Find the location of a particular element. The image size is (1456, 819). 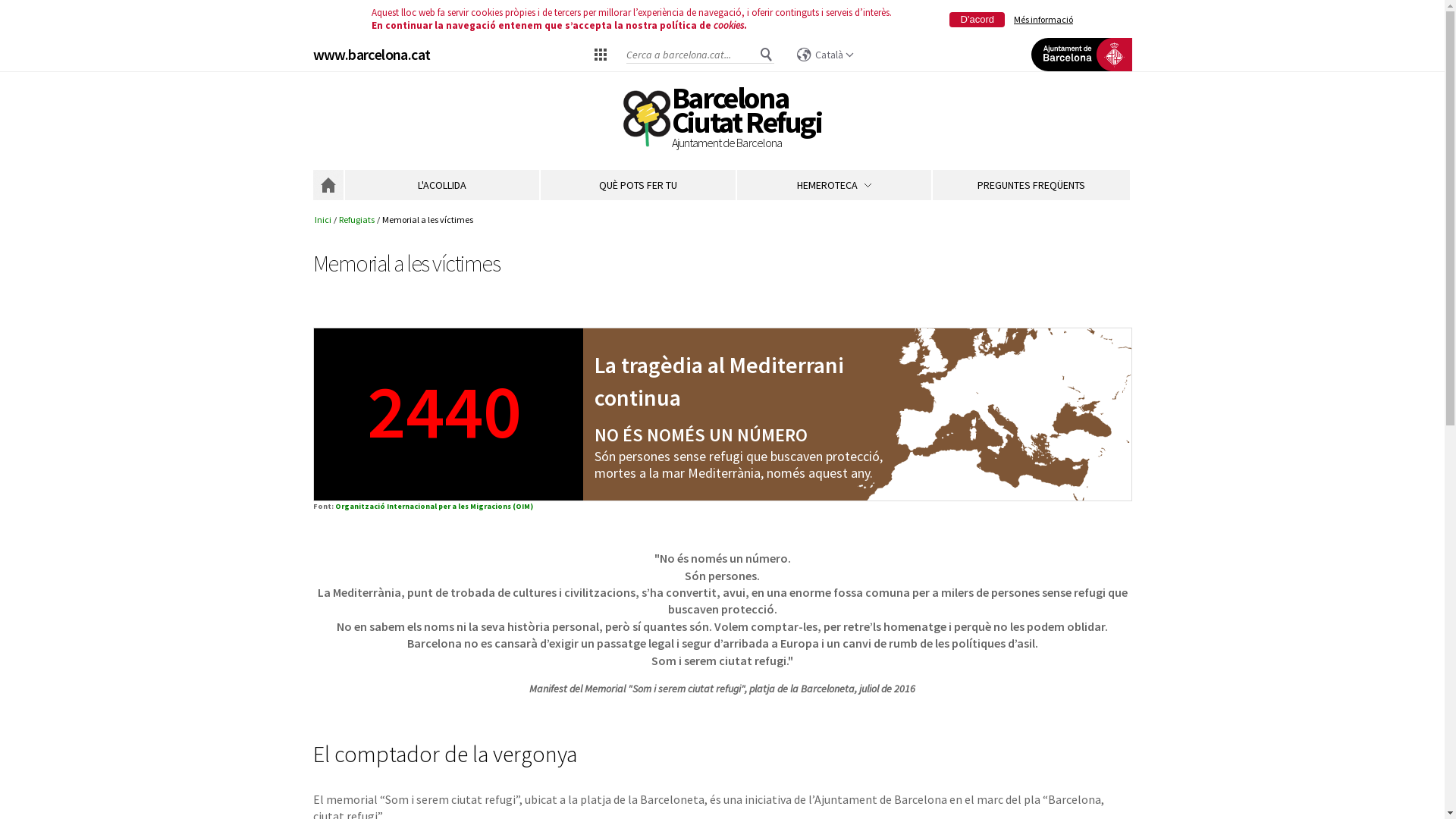

'INICI' is located at coordinates (327, 184).